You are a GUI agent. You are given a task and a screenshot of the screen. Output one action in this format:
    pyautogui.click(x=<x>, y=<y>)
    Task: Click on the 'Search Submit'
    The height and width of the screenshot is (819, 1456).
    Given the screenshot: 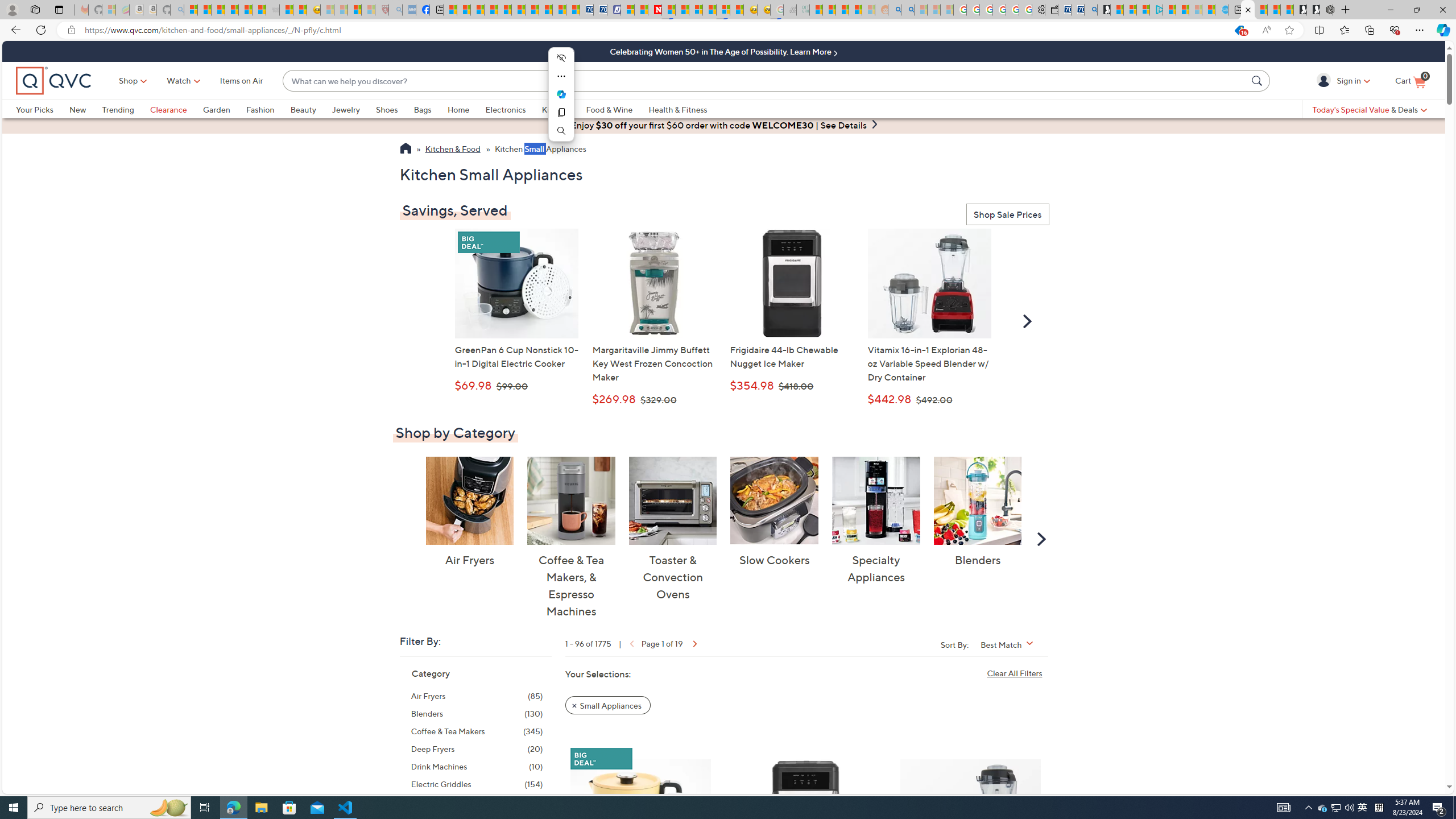 What is the action you would take?
    pyautogui.click(x=1259, y=80)
    